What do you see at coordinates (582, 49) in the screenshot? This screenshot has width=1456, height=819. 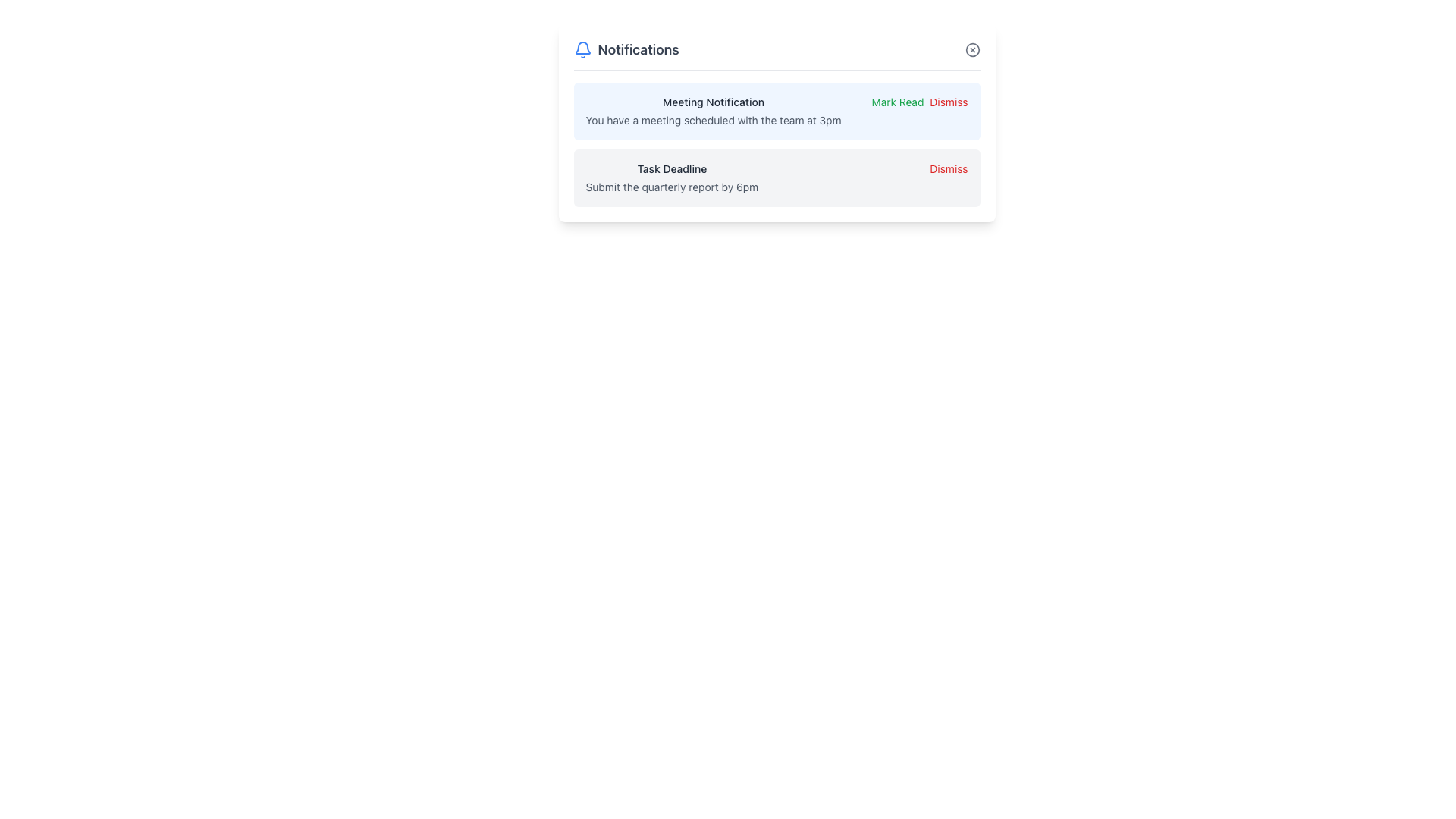 I see `the notification icon located at the top-left corner of the notification card, positioned to the immediate left of the text labeled 'Notifications'` at bounding box center [582, 49].